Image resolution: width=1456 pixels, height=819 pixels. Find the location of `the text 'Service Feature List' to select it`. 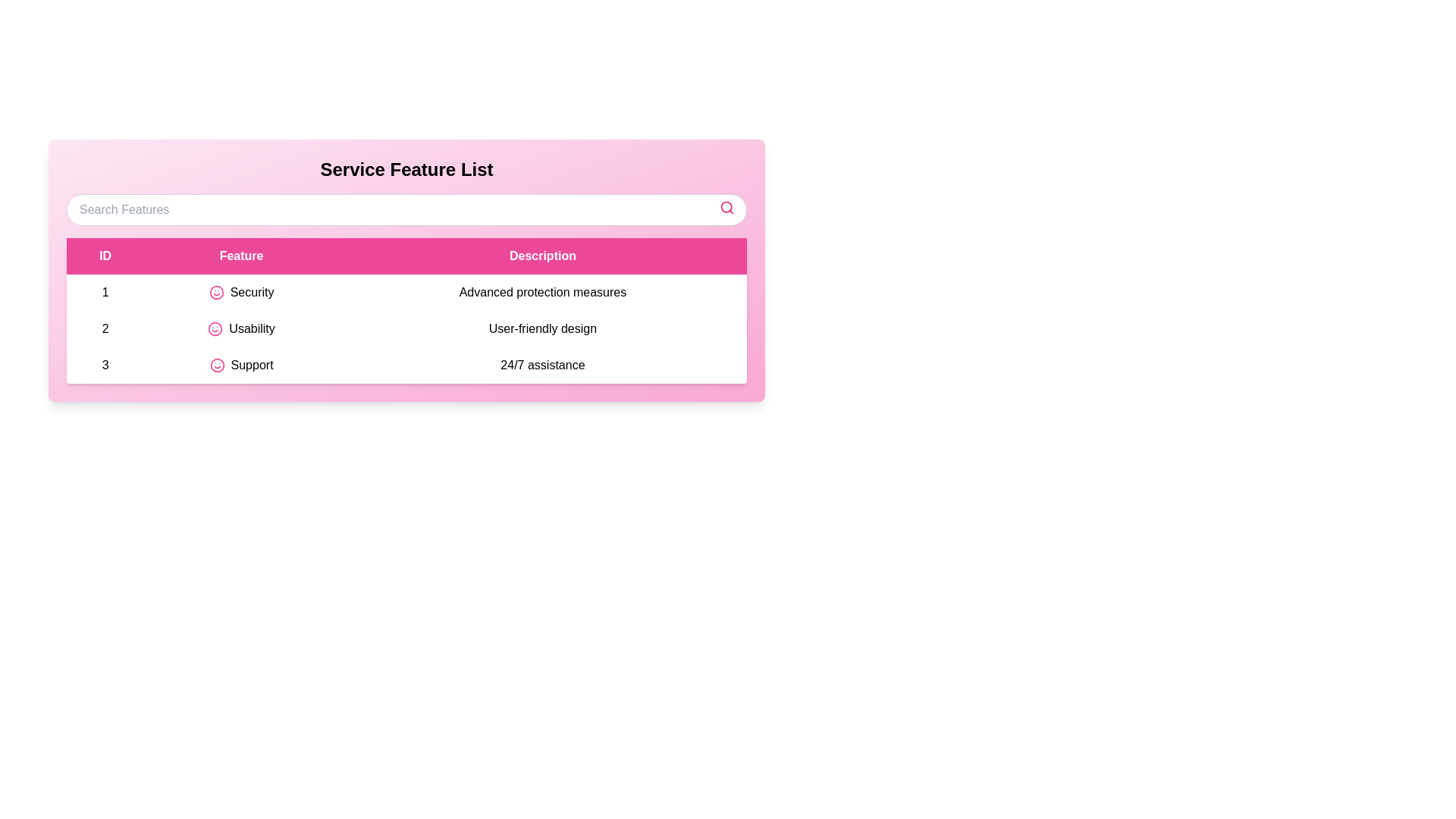

the text 'Service Feature List' to select it is located at coordinates (406, 169).